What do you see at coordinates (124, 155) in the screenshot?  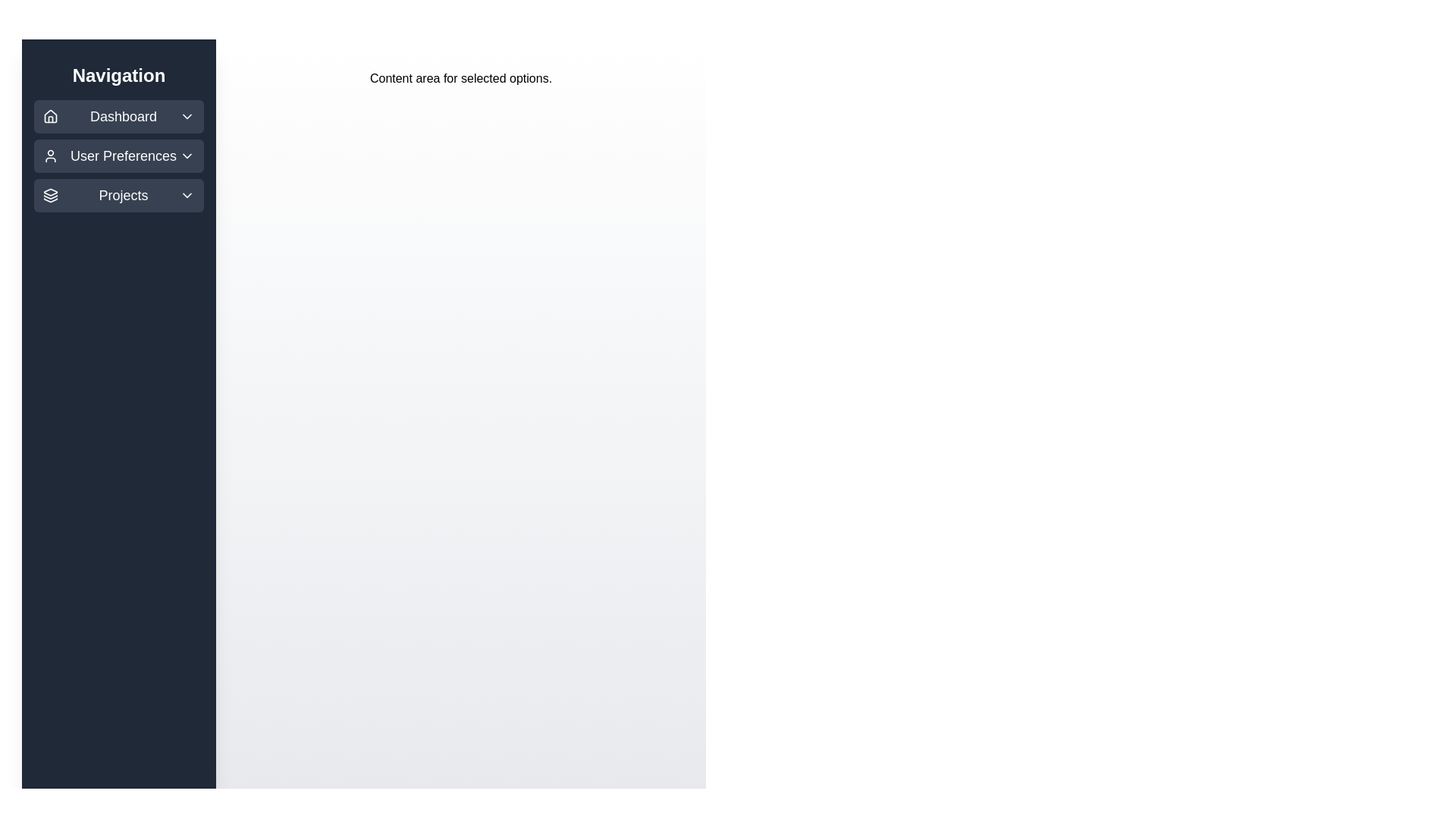 I see `the 'User Preferences' text label UI component, which is prominently displayed in white against a dark gray-blue background within the sidebar navigation menu, positioned centrally between a user icon and a dropdown arrow icon` at bounding box center [124, 155].